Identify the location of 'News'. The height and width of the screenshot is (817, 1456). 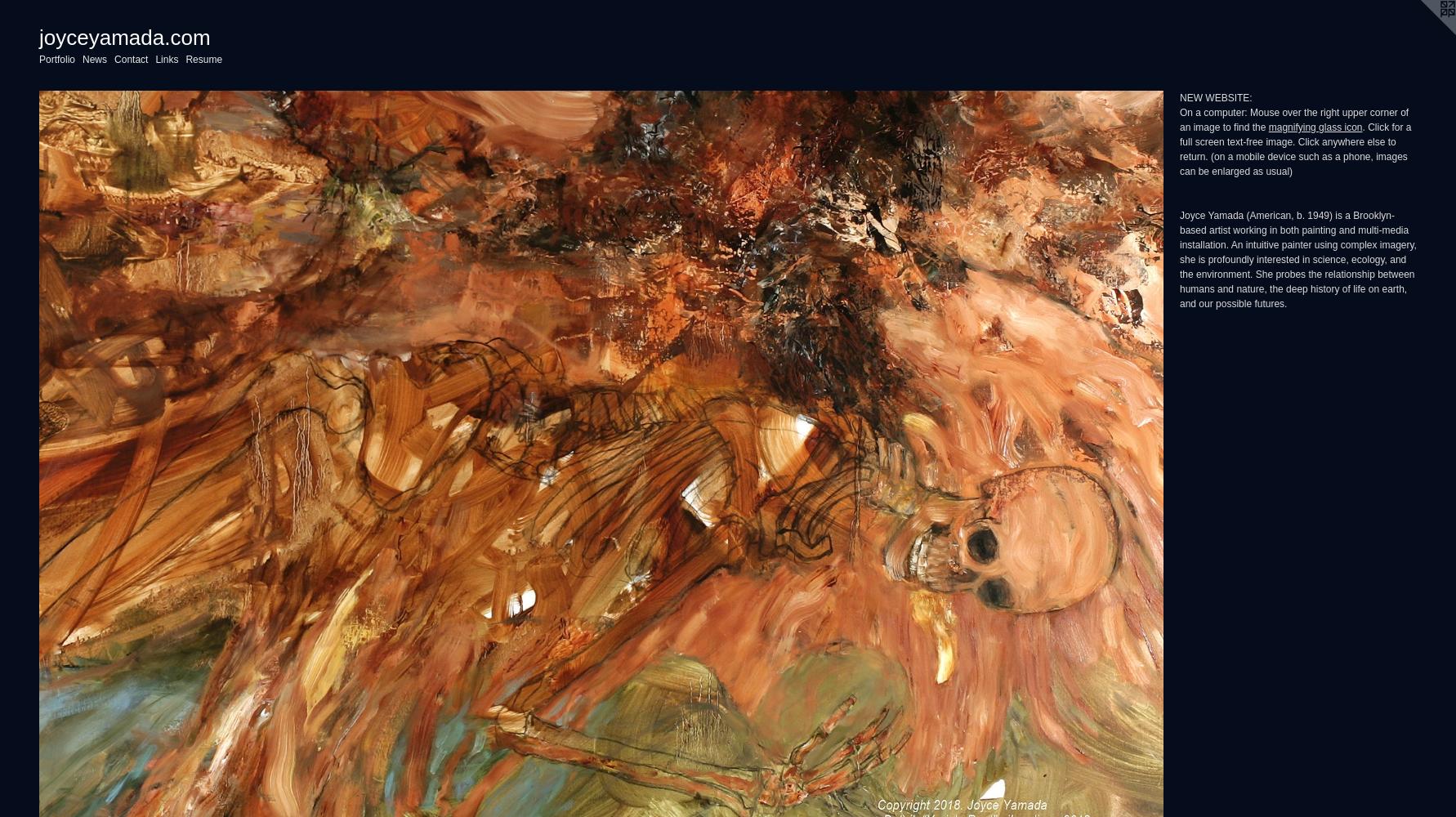
(94, 59).